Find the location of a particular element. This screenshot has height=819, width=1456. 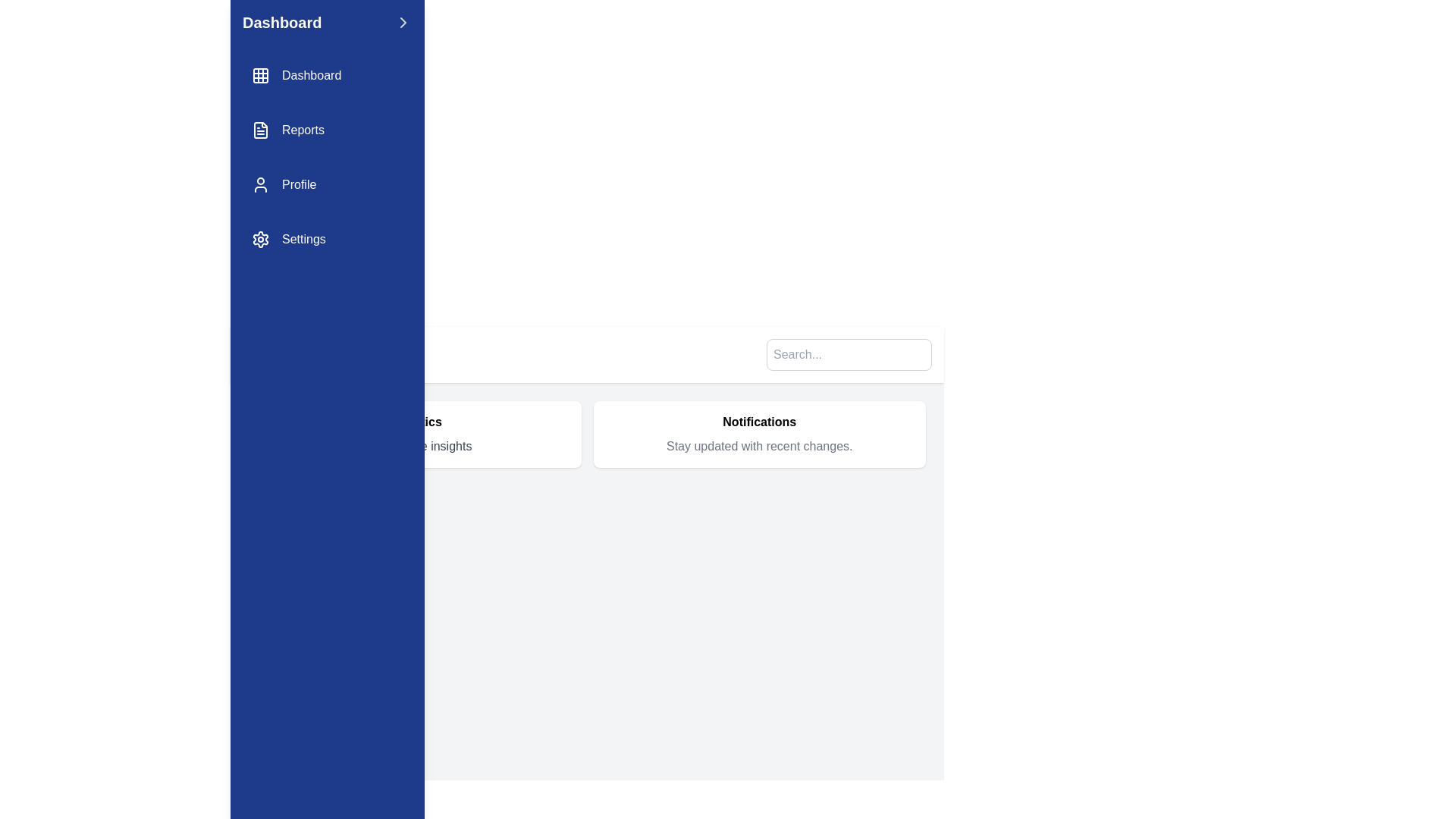

the Icon button located to the far right of the 'Dashboard' title in the top horizontal bar of the navigation menu is located at coordinates (403, 23).